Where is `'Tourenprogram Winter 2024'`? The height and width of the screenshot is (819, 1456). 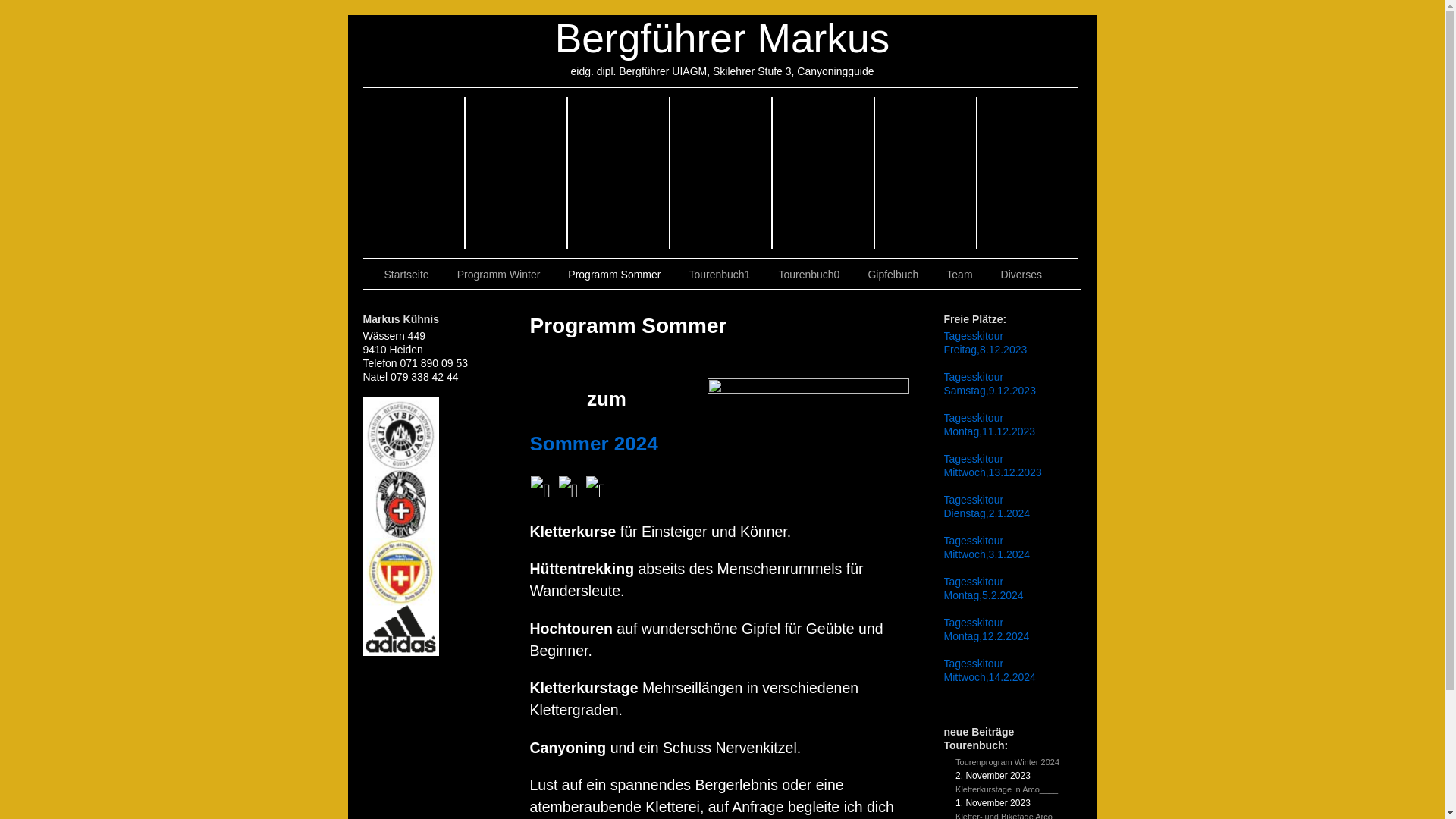
'Tourenprogram Winter 2024' is located at coordinates (1007, 762).